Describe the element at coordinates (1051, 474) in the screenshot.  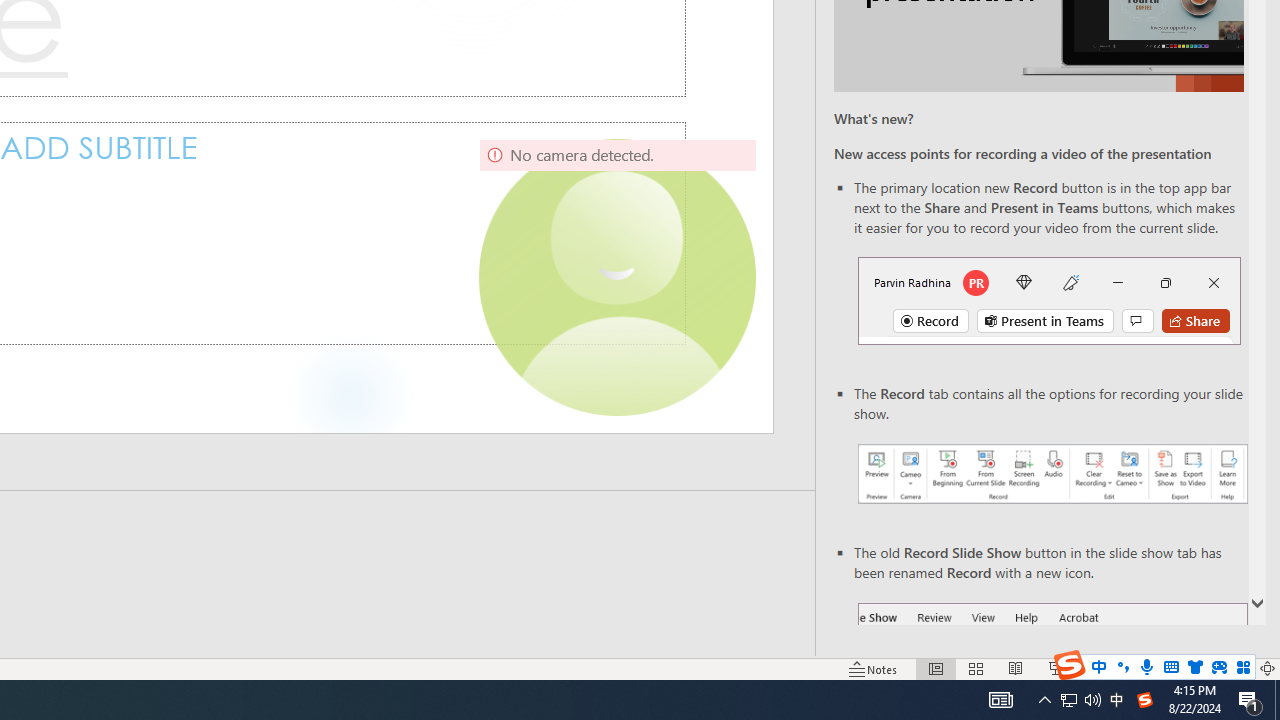
I see `'Record your presentations screenshot one'` at that location.